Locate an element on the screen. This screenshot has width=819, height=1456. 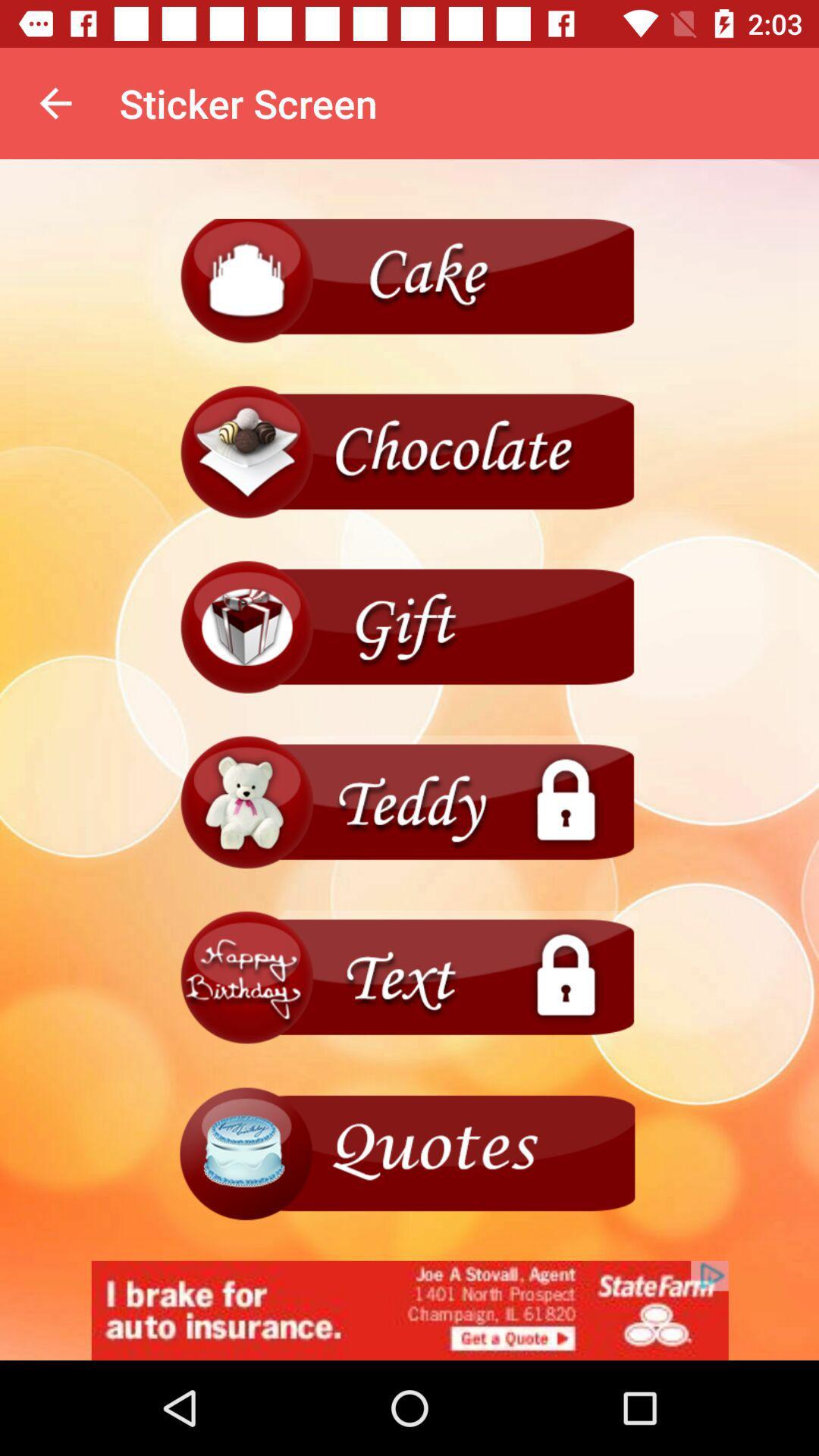
advertisement link is located at coordinates (409, 1310).